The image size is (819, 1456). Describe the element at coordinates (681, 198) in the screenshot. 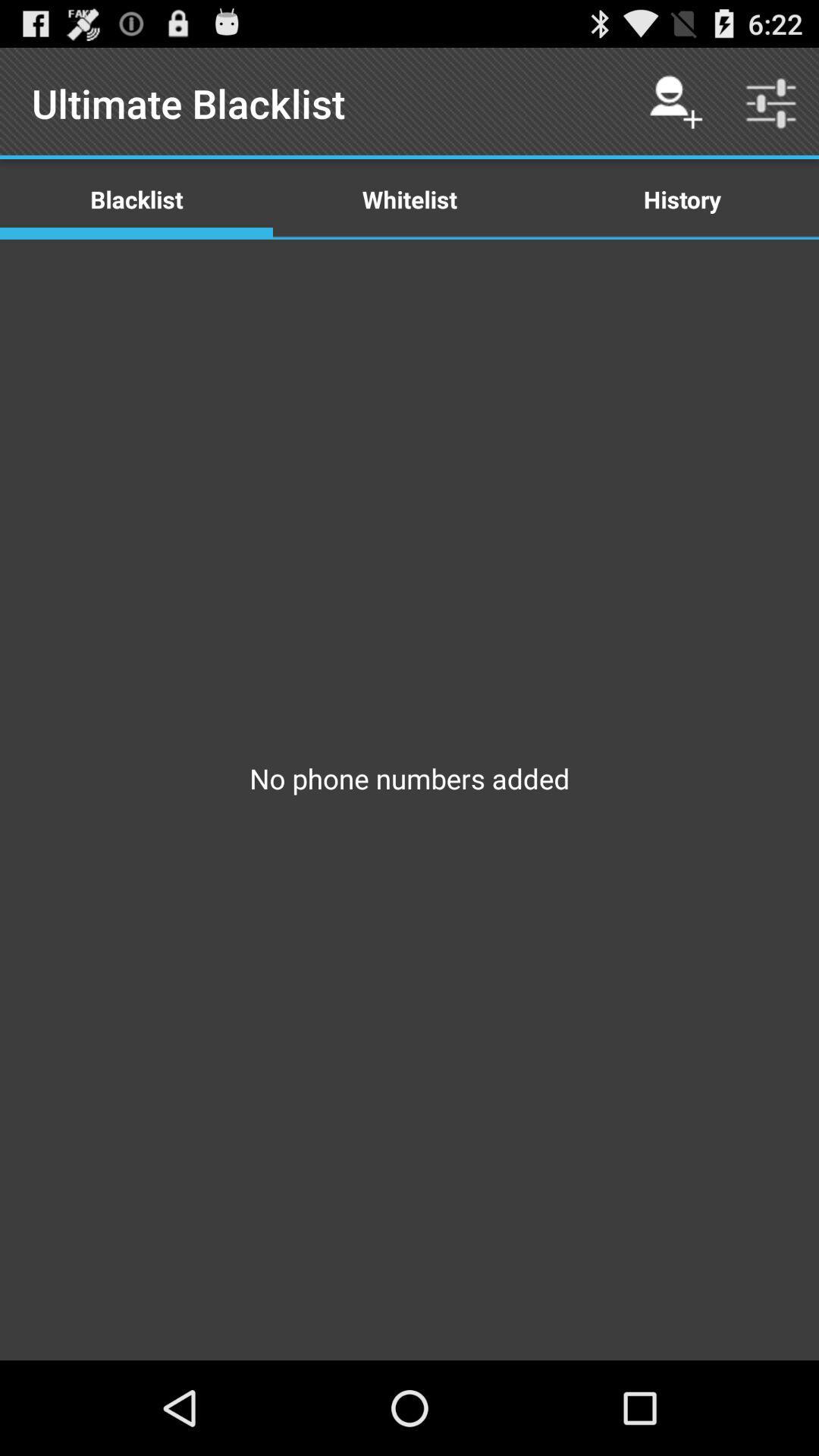

I see `icon to the right of the whitelist icon` at that location.